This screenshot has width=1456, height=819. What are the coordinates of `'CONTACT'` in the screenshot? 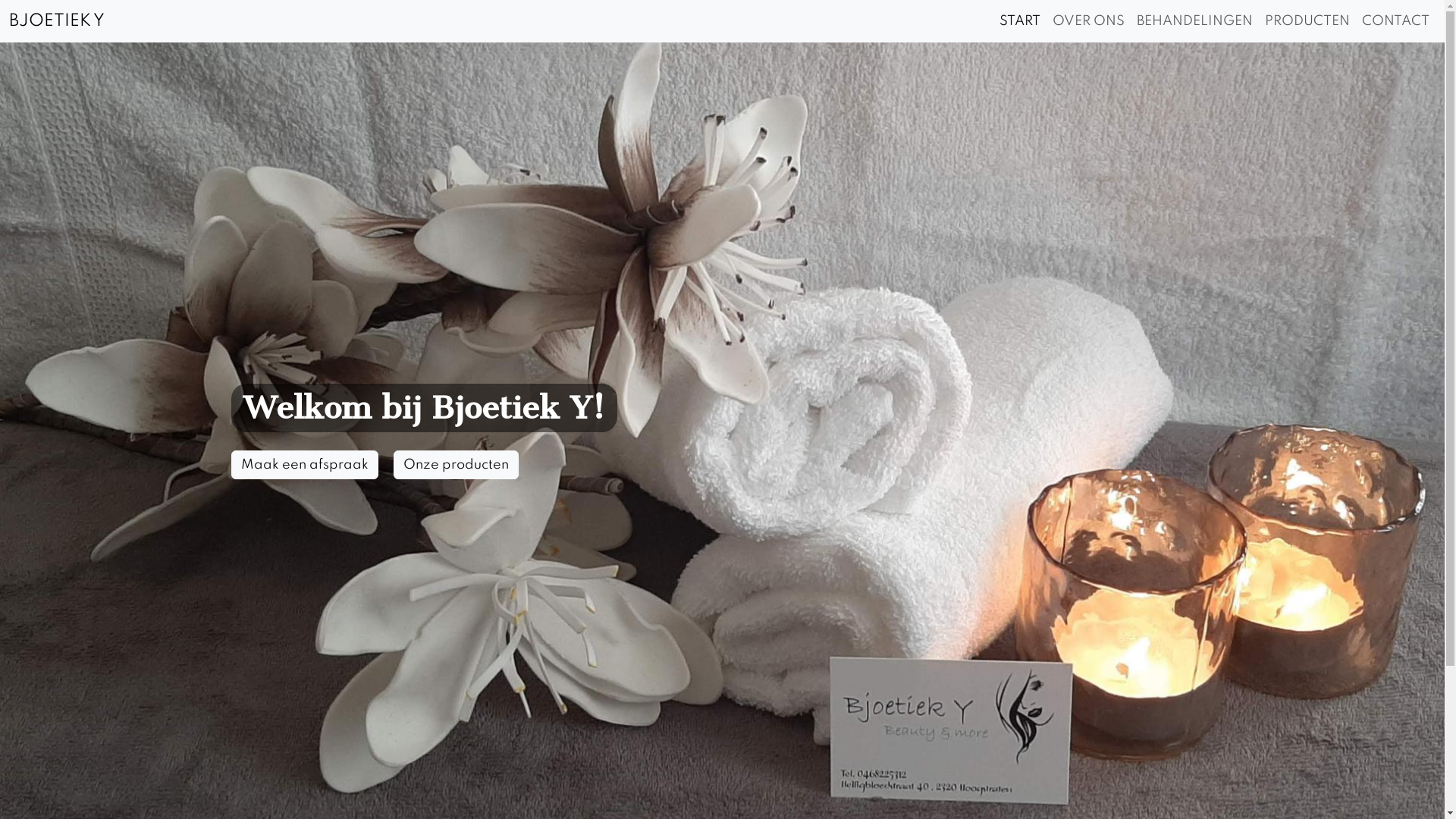 It's located at (1356, 20).